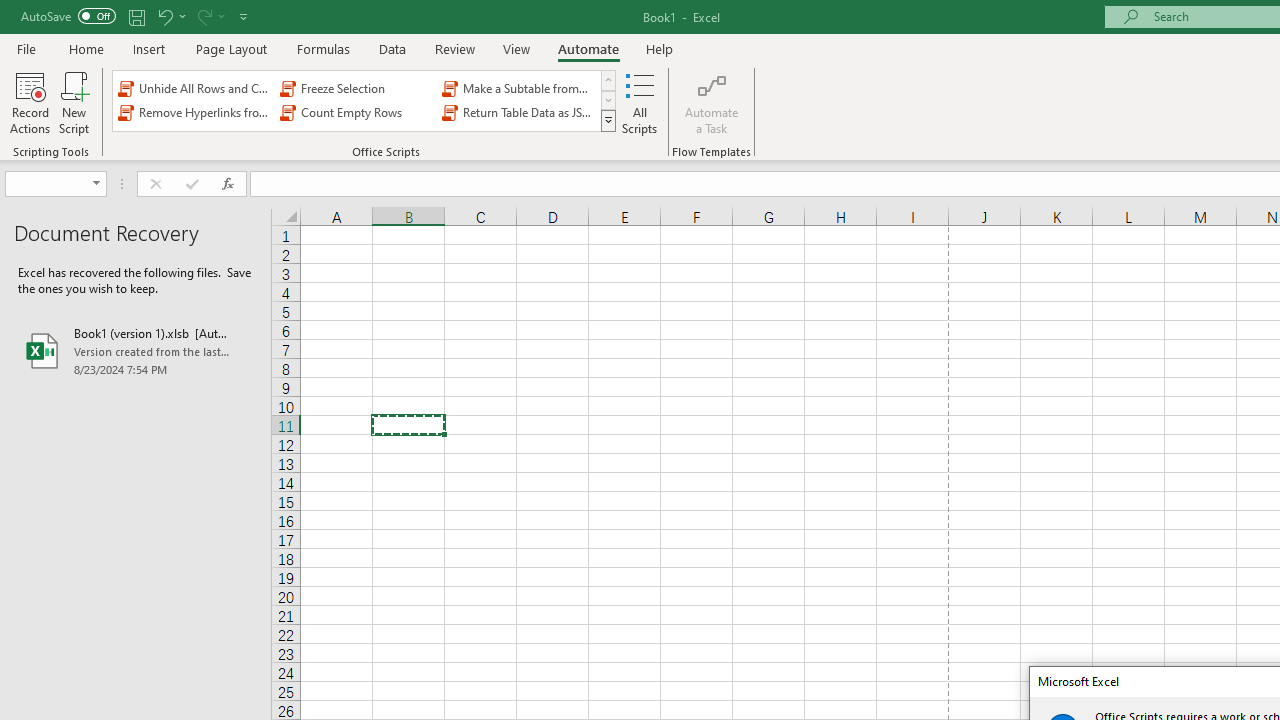  Describe the element at coordinates (712, 103) in the screenshot. I see `'Automate a Task'` at that location.